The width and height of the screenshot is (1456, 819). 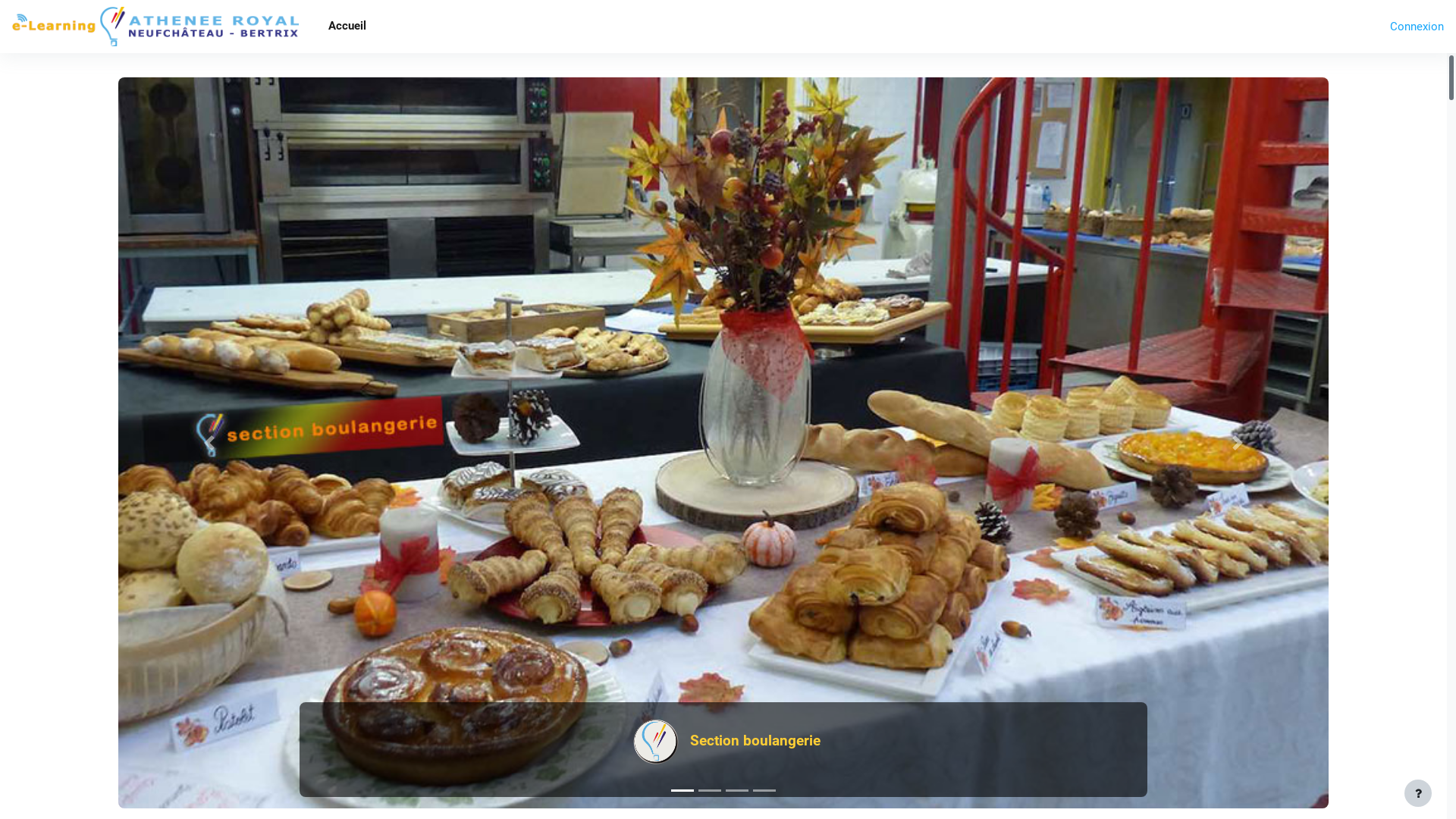 What do you see at coordinates (1416, 27) in the screenshot?
I see `'Connexion'` at bounding box center [1416, 27].